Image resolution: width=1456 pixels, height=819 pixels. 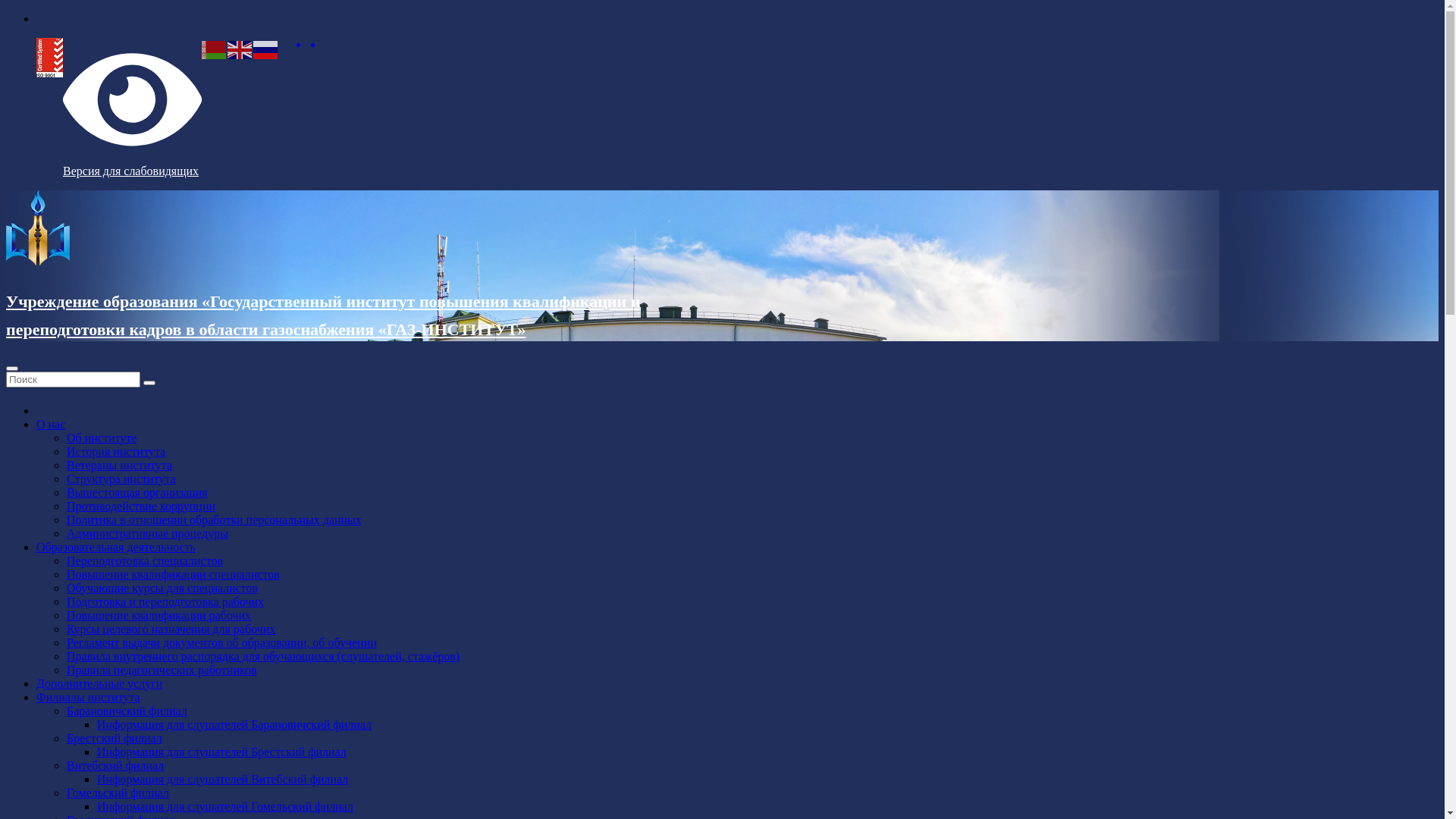 What do you see at coordinates (226, 48) in the screenshot?
I see `'English'` at bounding box center [226, 48].